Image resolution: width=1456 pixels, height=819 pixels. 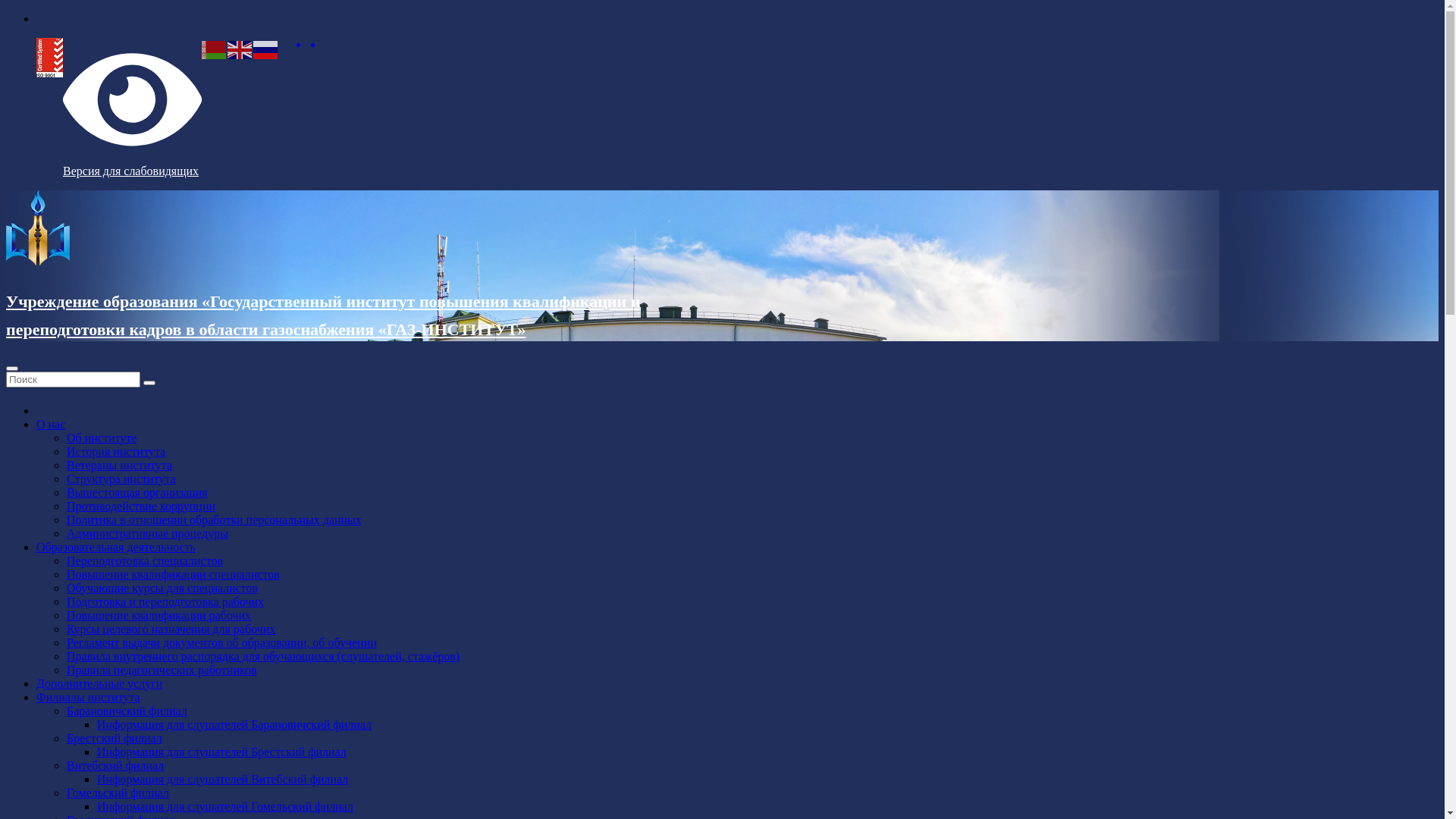 What do you see at coordinates (226, 48) in the screenshot?
I see `'English'` at bounding box center [226, 48].